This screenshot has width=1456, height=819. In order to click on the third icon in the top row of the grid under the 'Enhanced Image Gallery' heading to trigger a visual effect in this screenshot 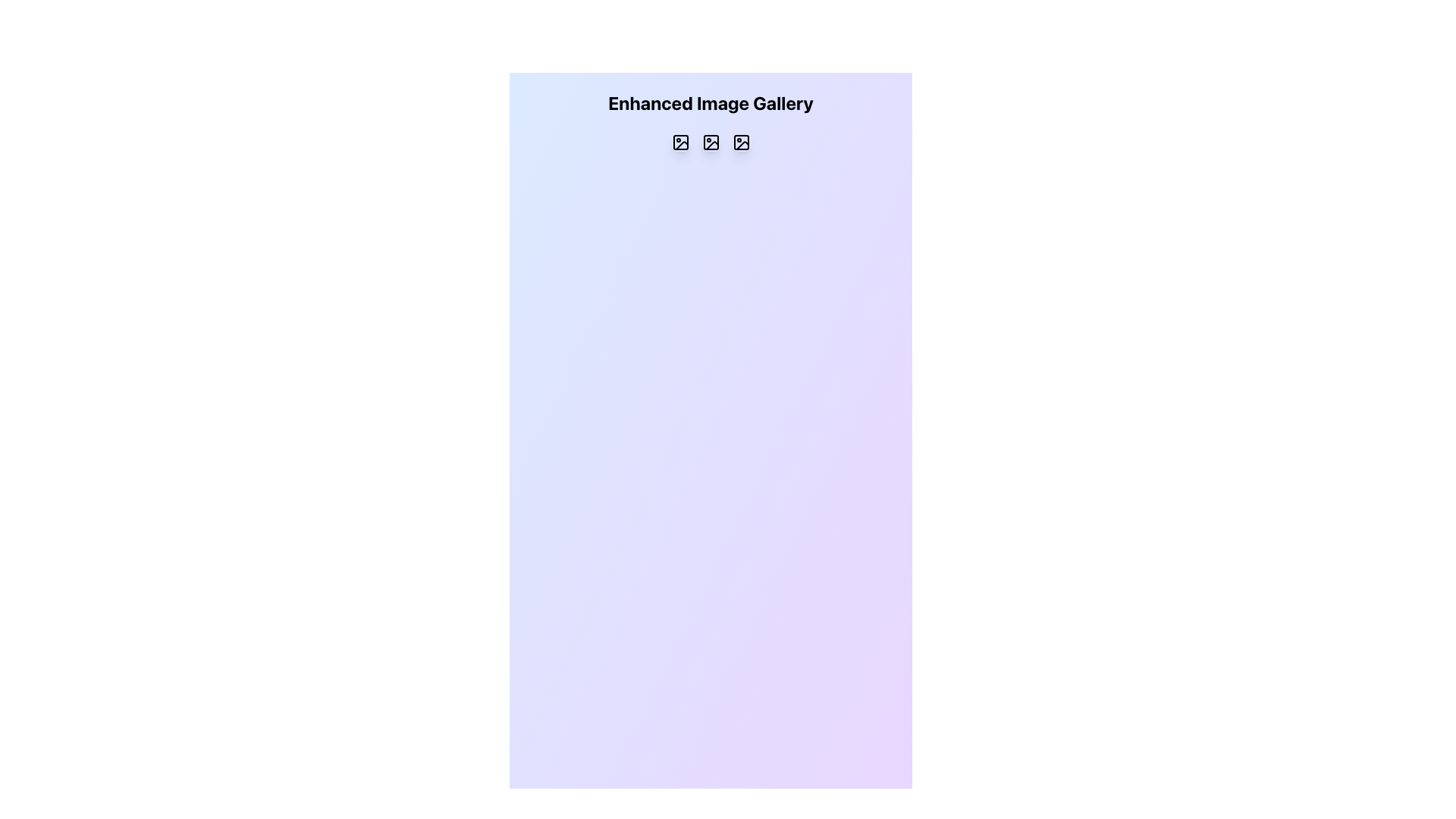, I will do `click(741, 143)`.